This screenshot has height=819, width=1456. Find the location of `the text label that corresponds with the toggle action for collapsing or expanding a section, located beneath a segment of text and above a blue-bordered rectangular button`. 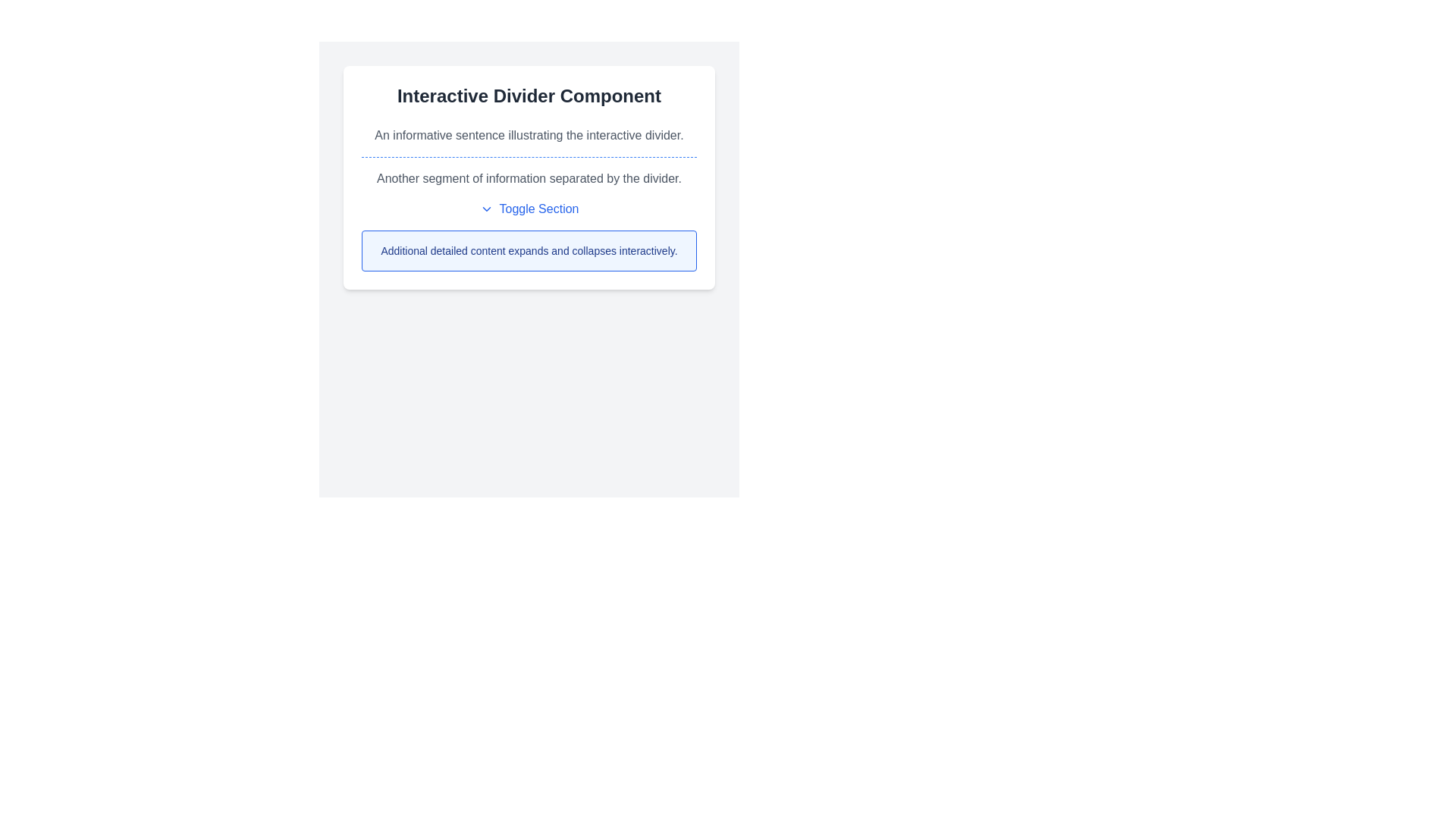

the text label that corresponds with the toggle action for collapsing or expanding a section, located beneath a segment of text and above a blue-bordered rectangular button is located at coordinates (538, 209).